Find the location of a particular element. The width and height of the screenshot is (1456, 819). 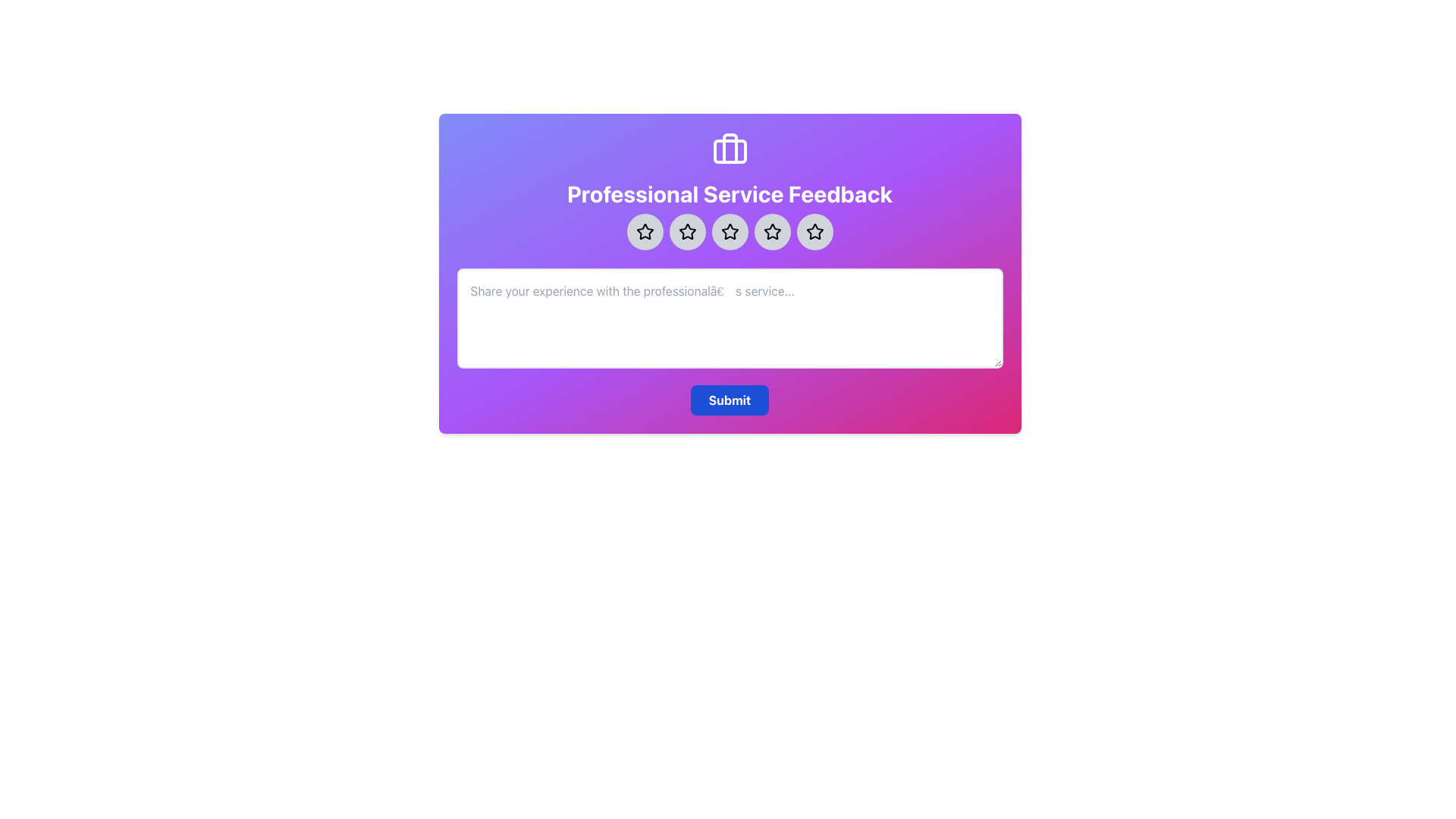

the third Rating Star Icon is located at coordinates (730, 231).